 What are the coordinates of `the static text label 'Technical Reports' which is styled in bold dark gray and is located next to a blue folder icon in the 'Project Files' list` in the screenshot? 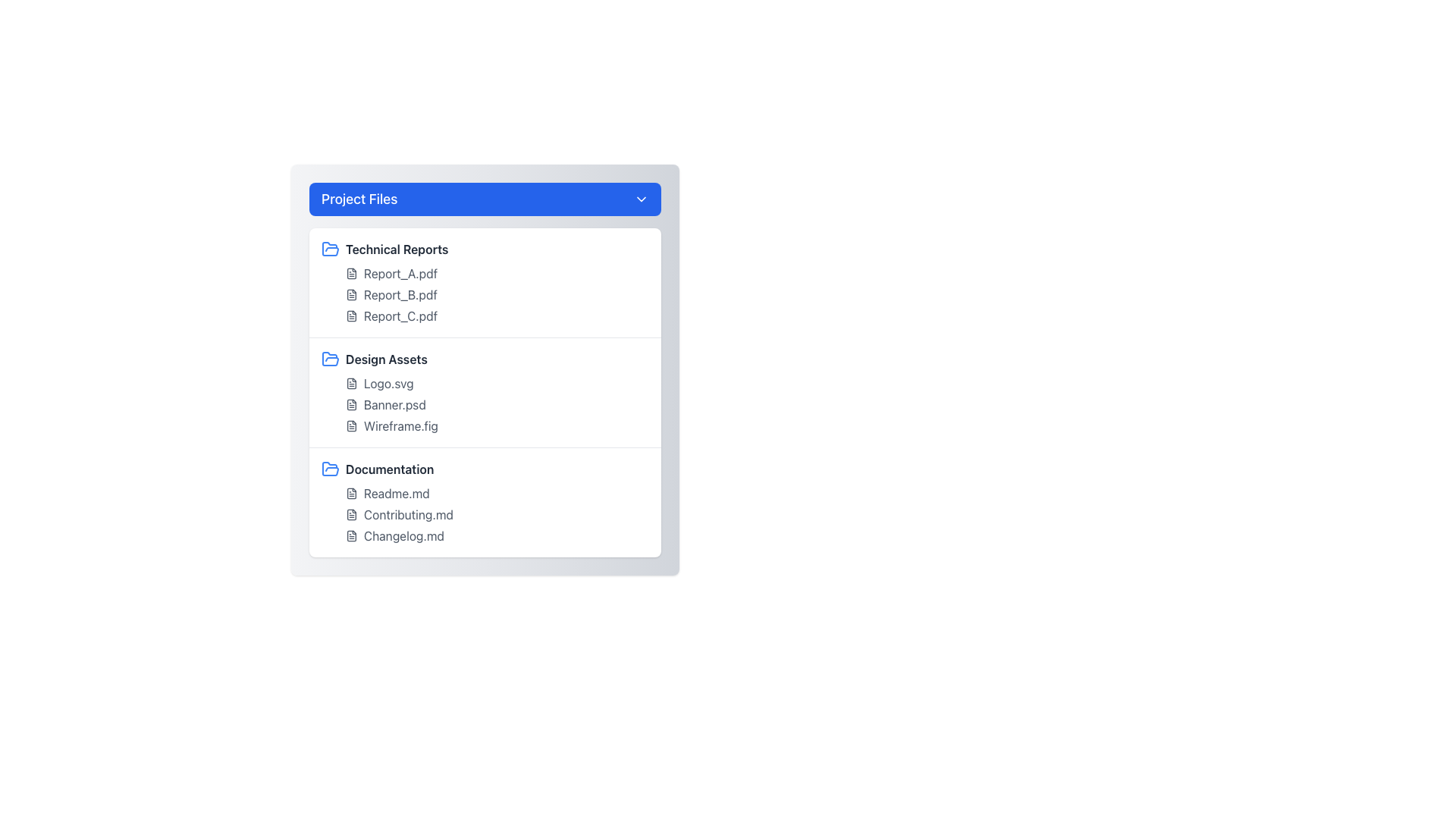 It's located at (397, 248).